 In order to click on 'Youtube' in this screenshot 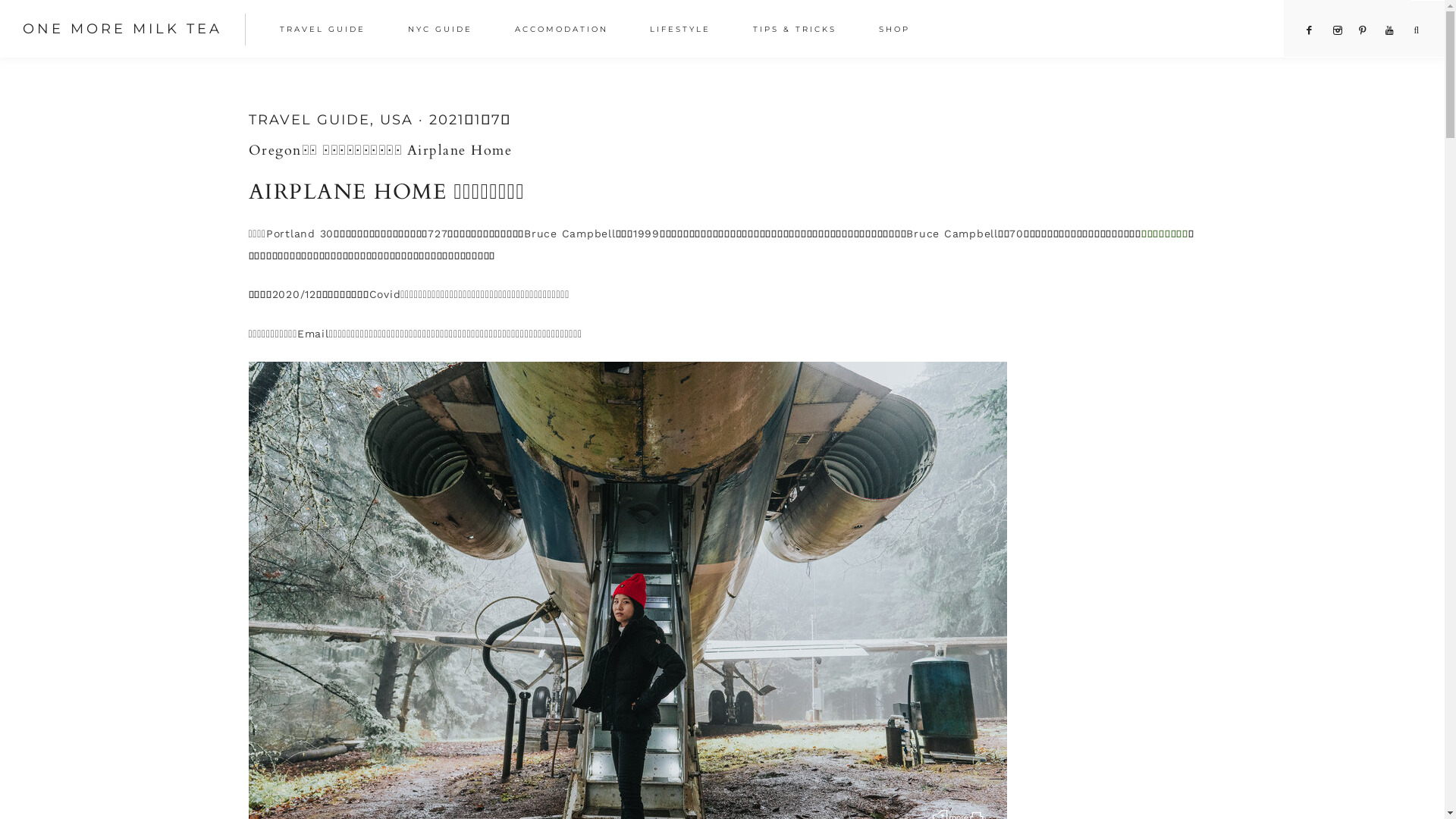, I will do `click(1389, 30)`.